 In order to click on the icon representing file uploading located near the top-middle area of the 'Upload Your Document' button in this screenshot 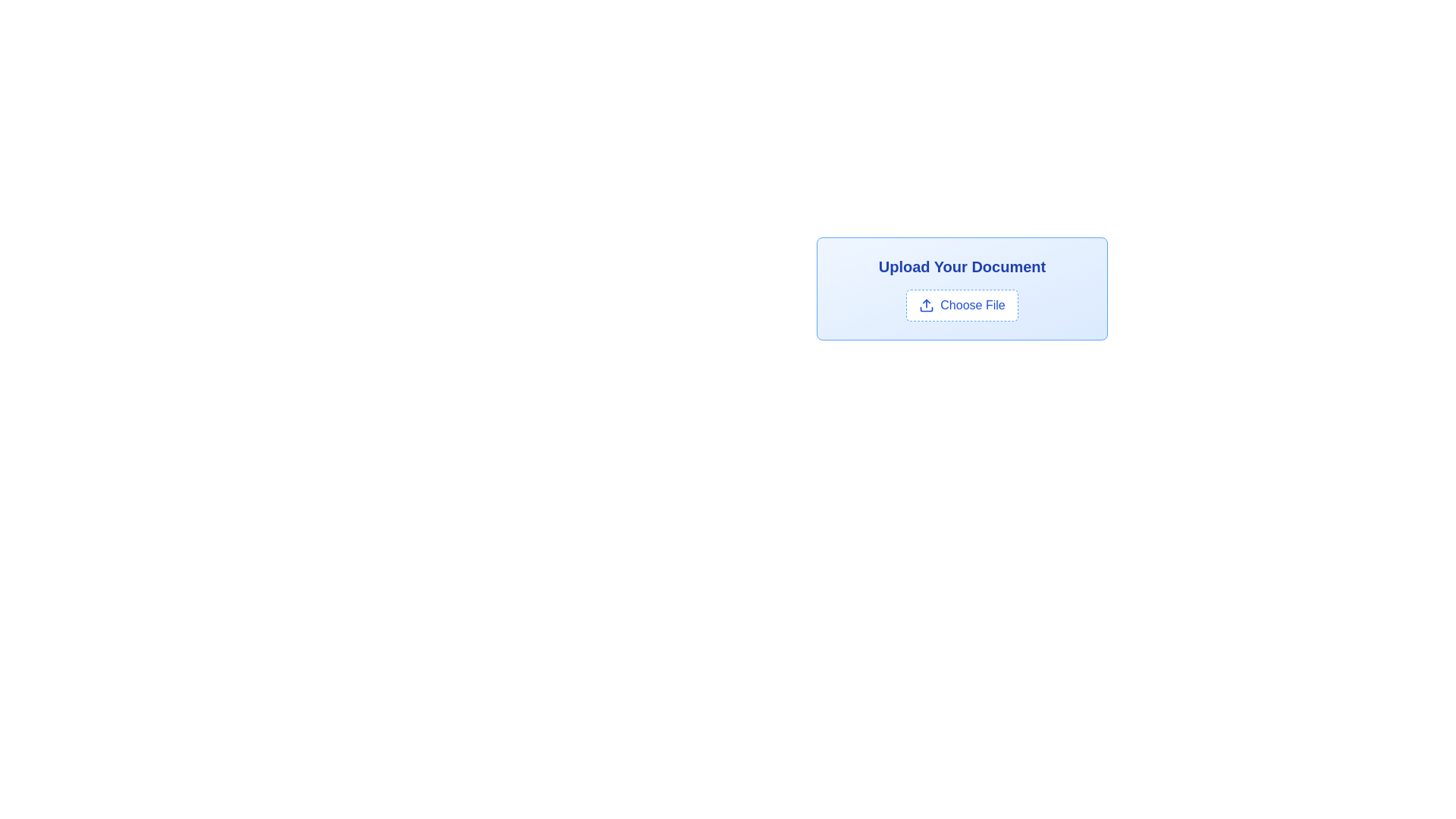, I will do `click(926, 309)`.